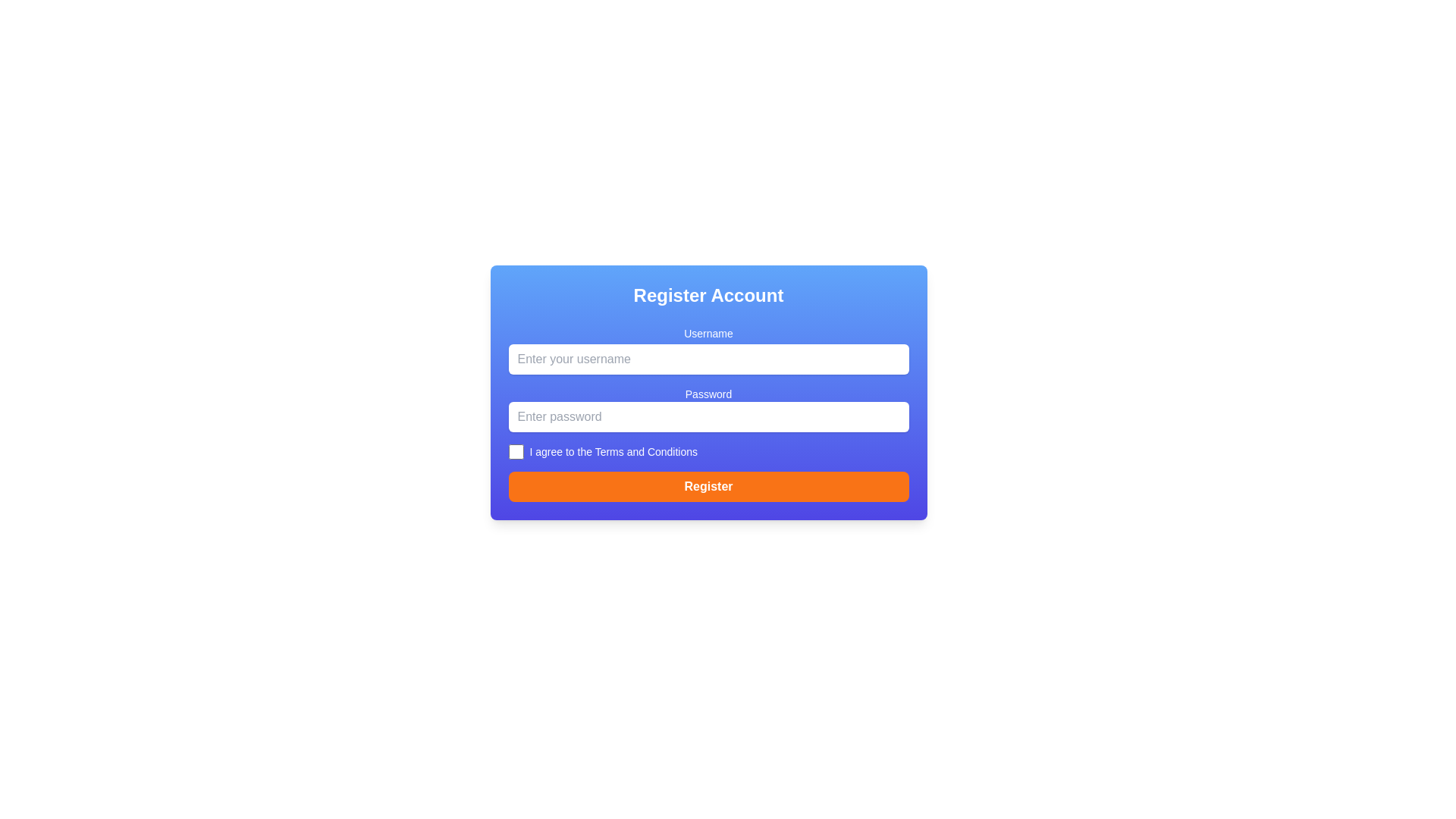  What do you see at coordinates (708, 451) in the screenshot?
I see `the checkbox located beneath the password field and above the registration button` at bounding box center [708, 451].